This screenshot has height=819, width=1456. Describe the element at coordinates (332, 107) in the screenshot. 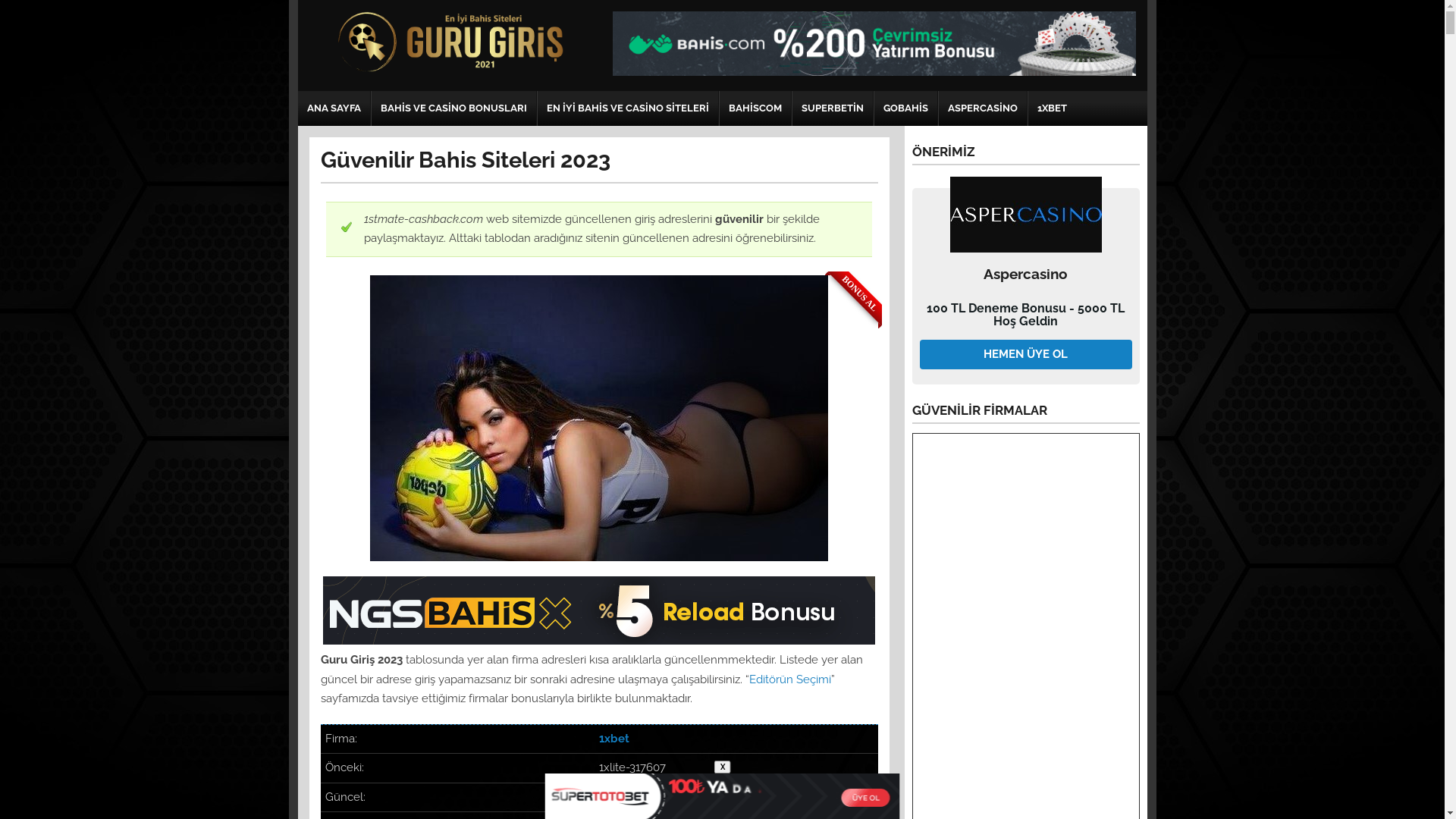

I see `'ANA SAYFA'` at that location.